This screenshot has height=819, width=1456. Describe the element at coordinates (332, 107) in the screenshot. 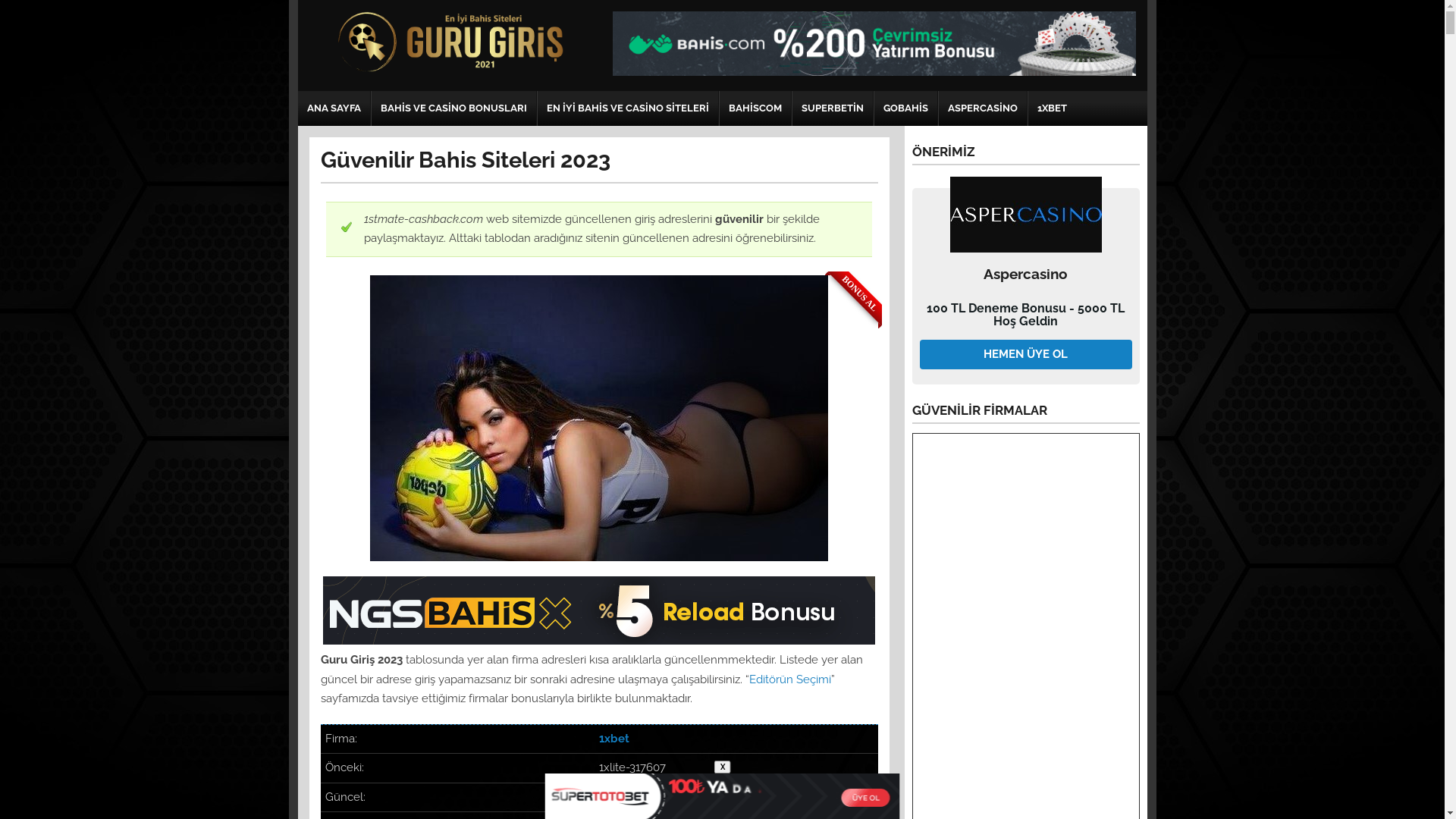

I see `'ANA SAYFA'` at that location.